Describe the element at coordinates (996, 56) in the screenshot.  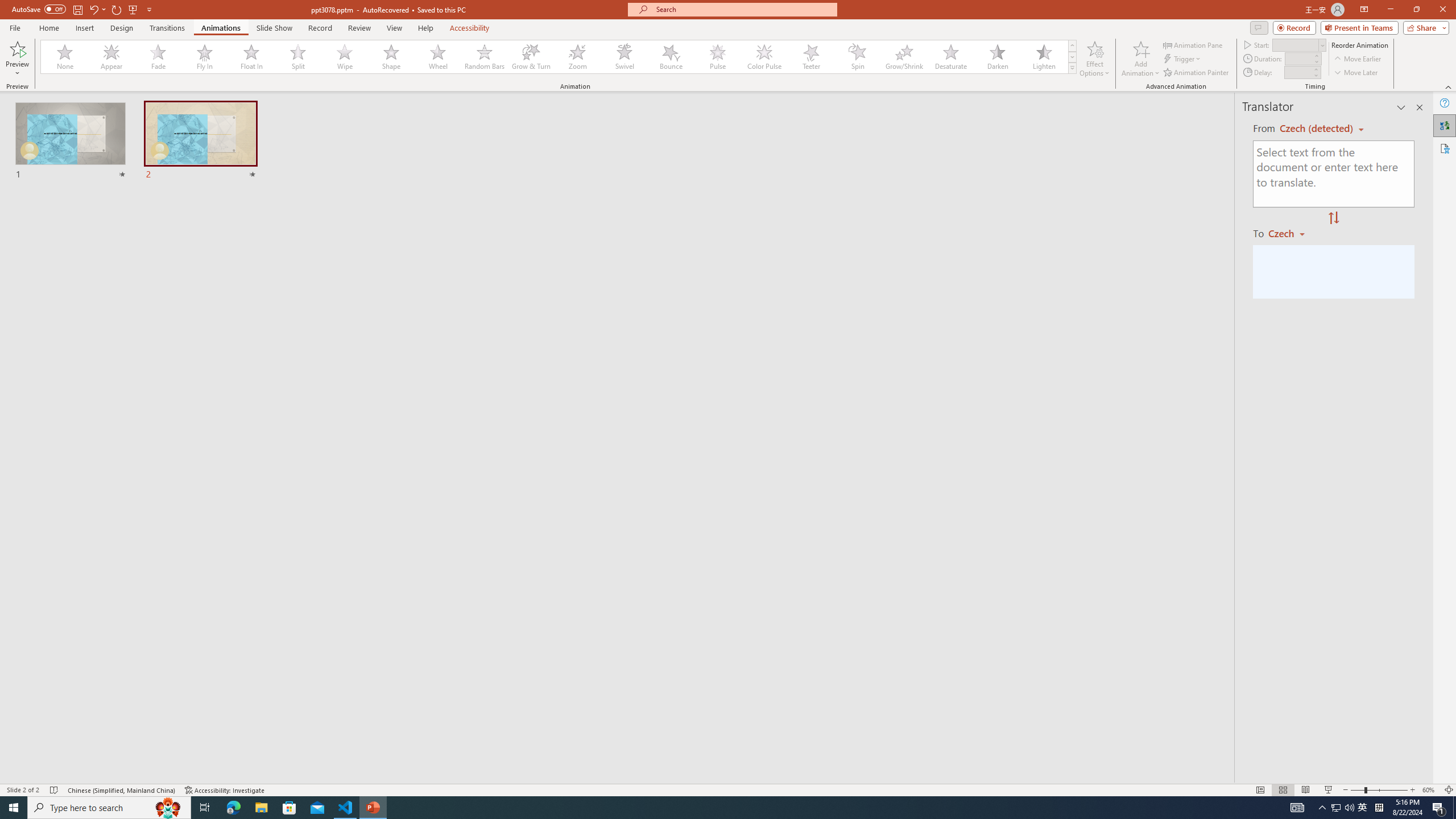
I see `'Darken'` at that location.